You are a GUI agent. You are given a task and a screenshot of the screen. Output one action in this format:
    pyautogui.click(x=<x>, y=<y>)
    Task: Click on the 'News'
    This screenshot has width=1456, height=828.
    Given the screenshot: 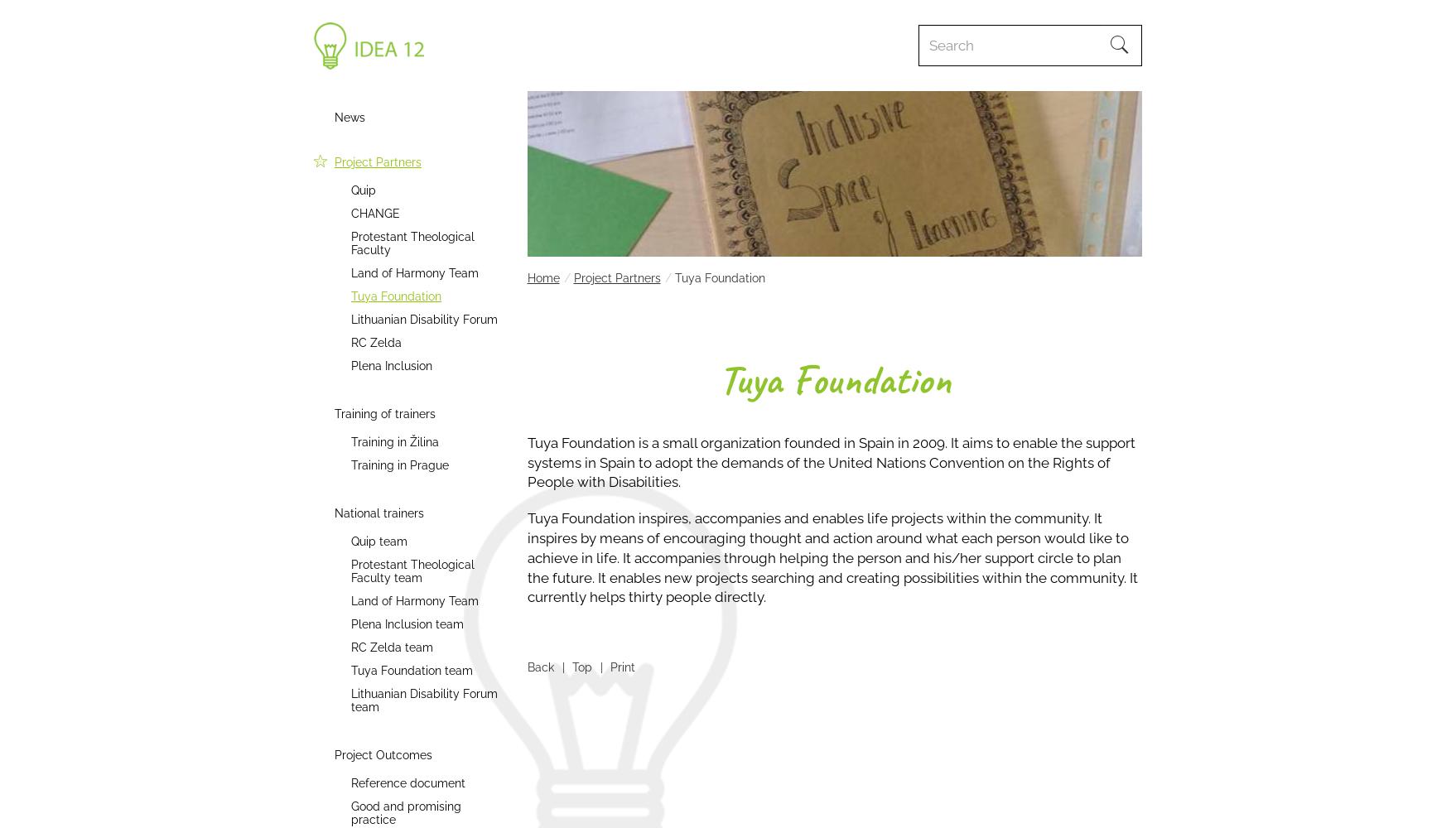 What is the action you would take?
    pyautogui.click(x=350, y=118)
    